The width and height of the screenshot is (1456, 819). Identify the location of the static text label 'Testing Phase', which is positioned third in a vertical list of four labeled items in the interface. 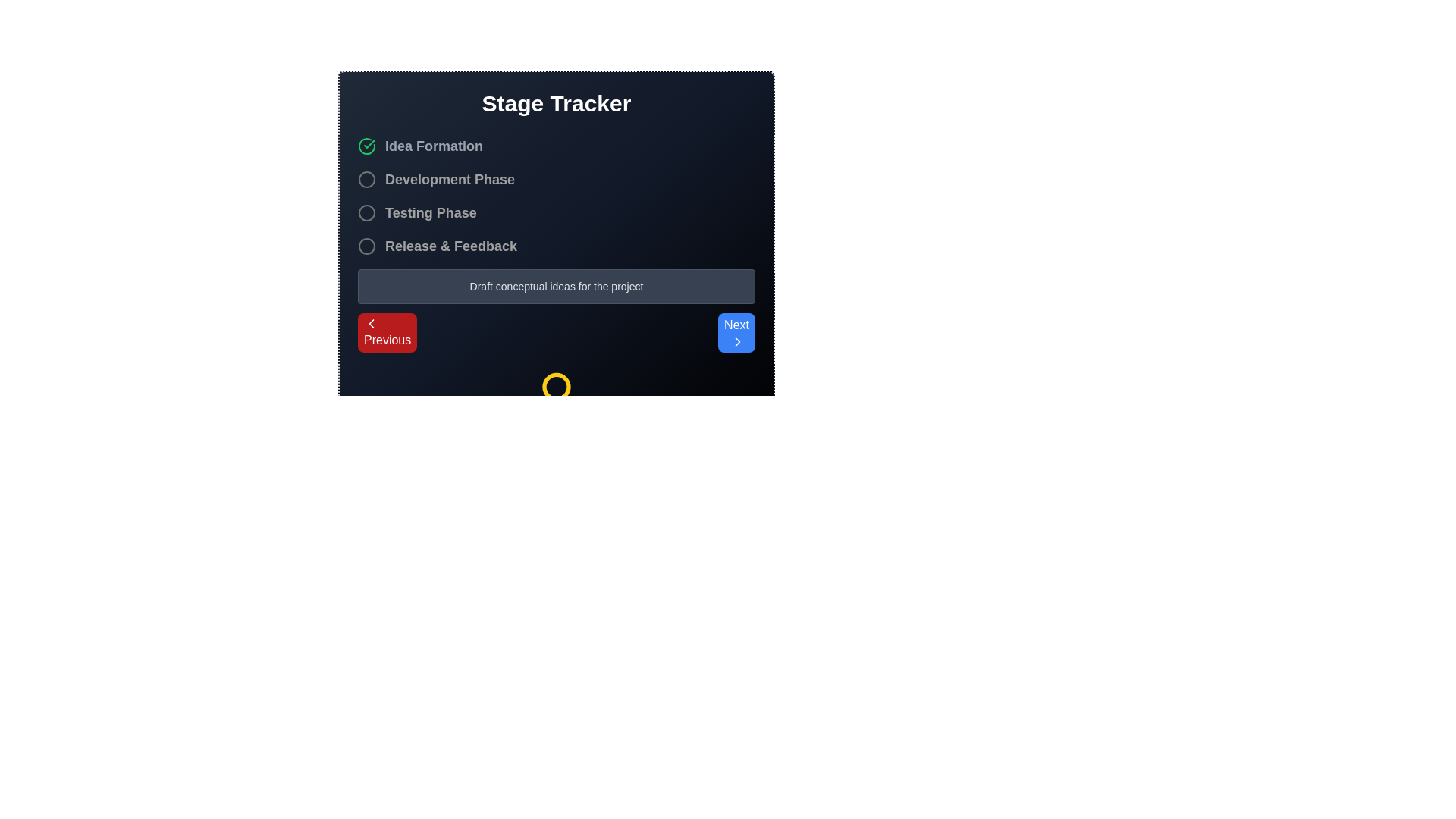
(430, 213).